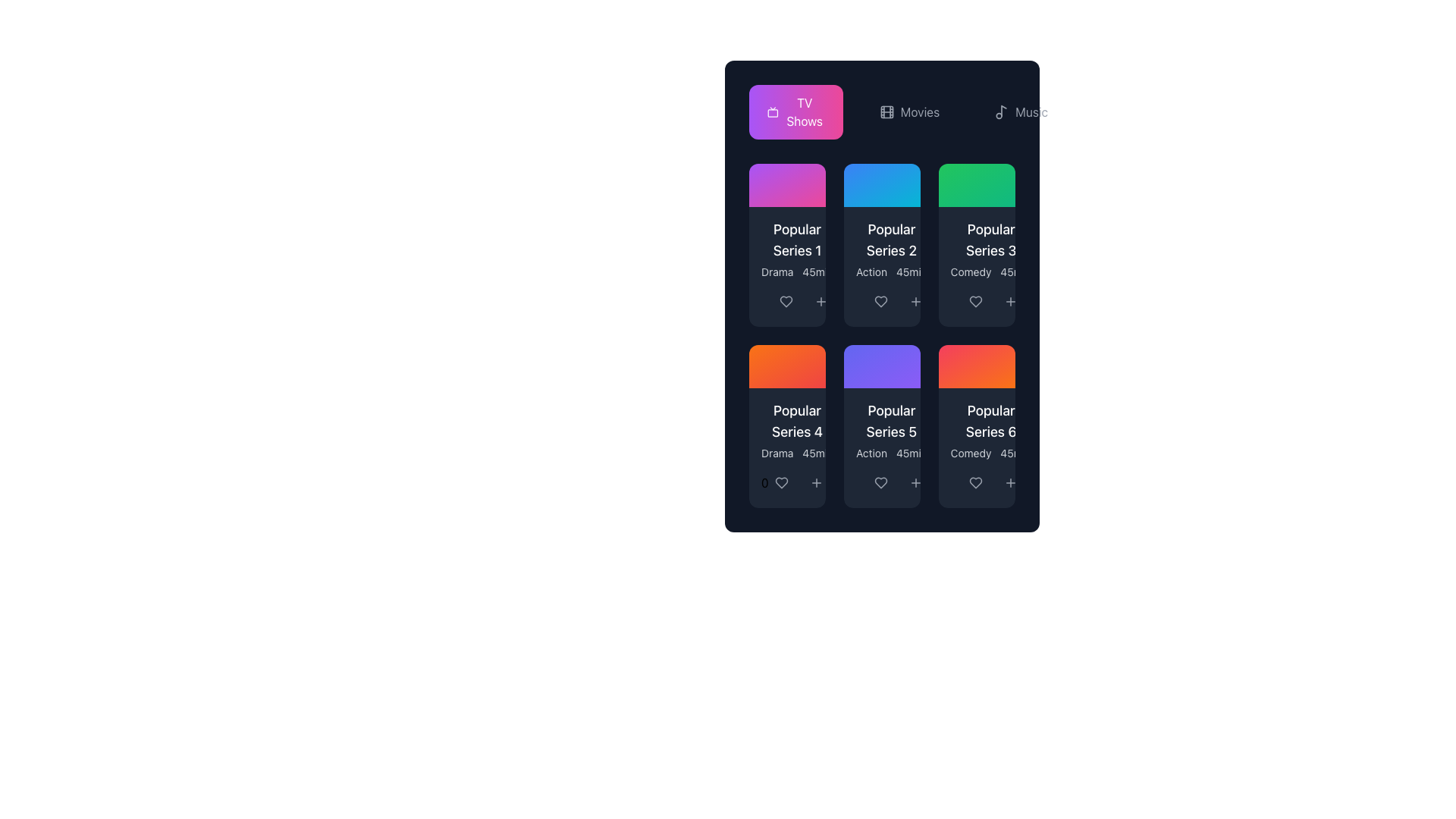  I want to click on the heart-shaped icon, which is the leftmost icon in the row of interactive icons at the bottom of the 'Popular Series 4' card, so click(781, 482).